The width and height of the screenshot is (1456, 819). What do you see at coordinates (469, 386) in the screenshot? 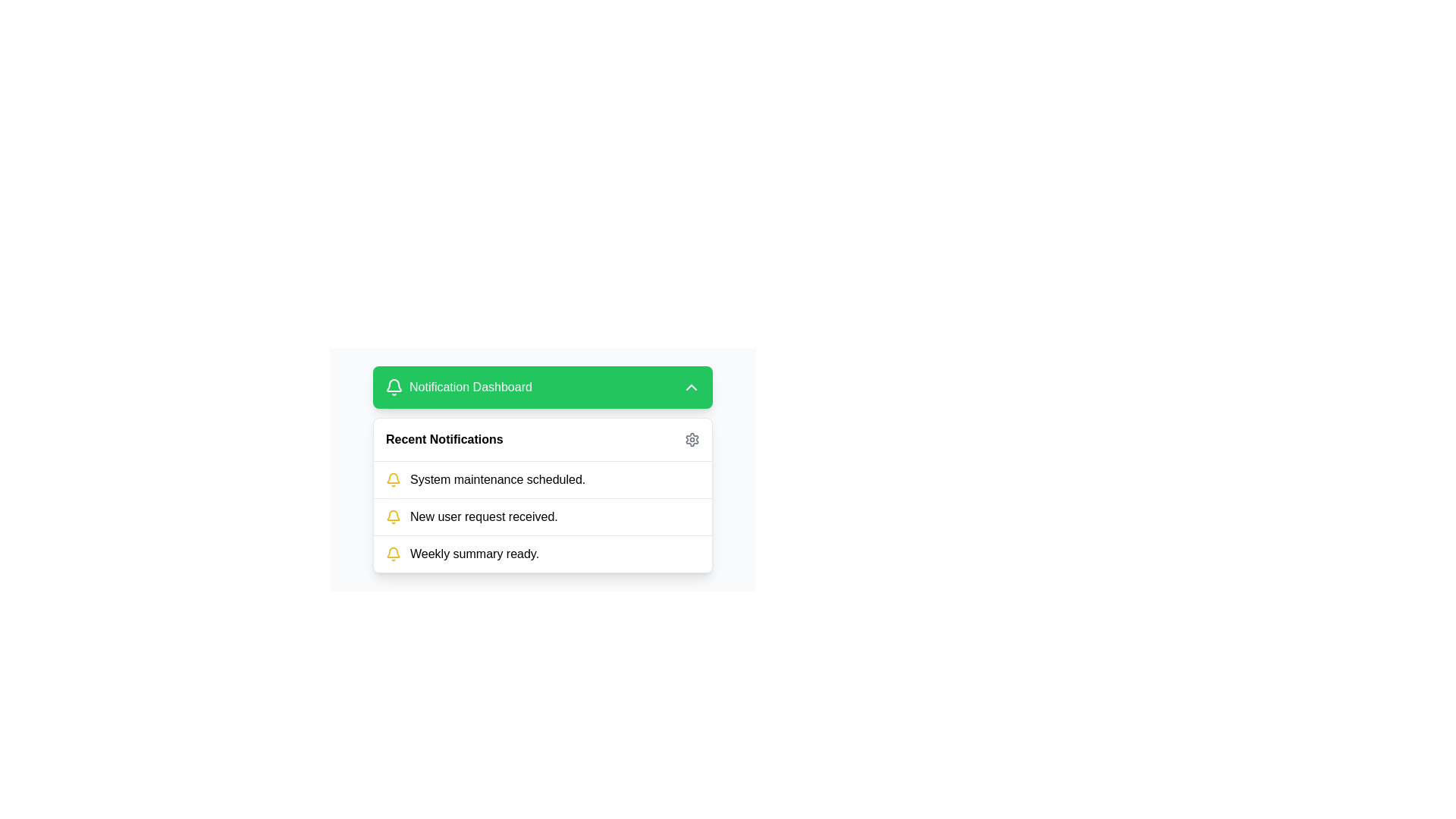
I see `the text label 'Notification Dashboard', which is styled with a white font on a green background and is positioned next to a bell icon in the notification panel` at bounding box center [469, 386].